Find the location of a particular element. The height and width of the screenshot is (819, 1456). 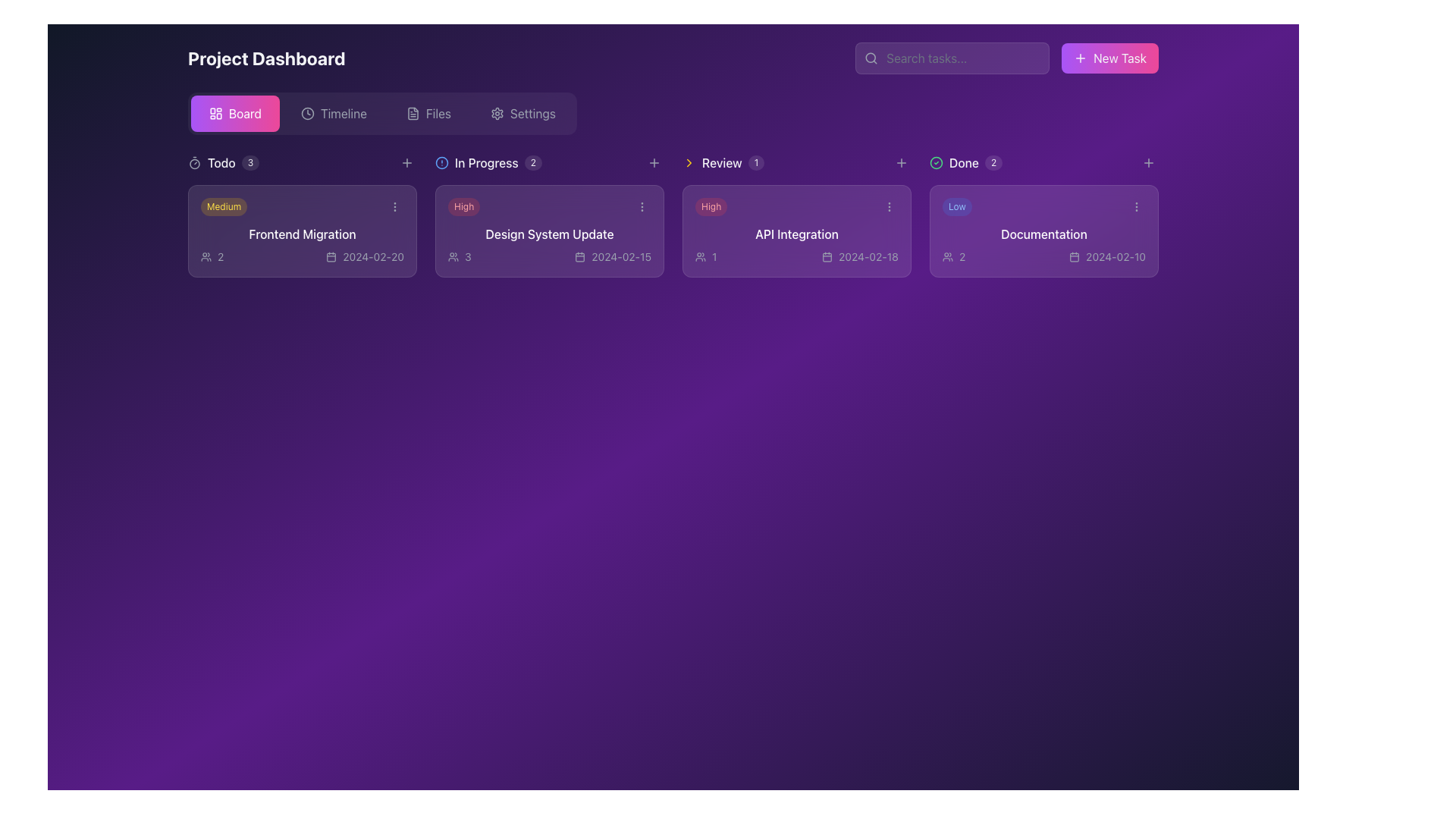

the circular green outlined icon with a checkmark located in the 'Done' section of the project dashboard, positioned to the left of the text 'Done' is located at coordinates (935, 163).